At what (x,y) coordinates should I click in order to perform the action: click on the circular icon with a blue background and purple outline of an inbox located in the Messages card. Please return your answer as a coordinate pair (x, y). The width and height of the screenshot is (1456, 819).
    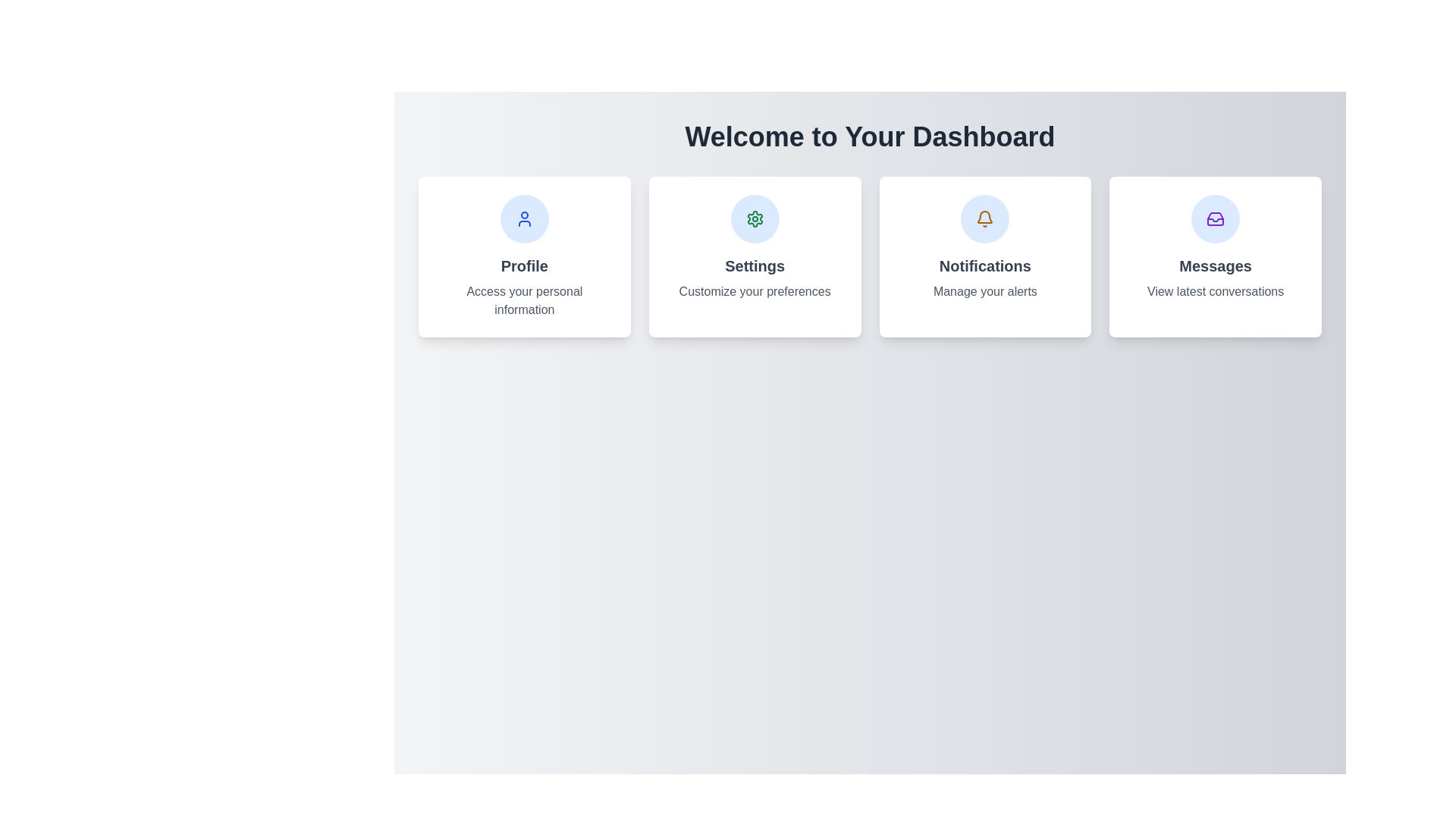
    Looking at the image, I should click on (1216, 219).